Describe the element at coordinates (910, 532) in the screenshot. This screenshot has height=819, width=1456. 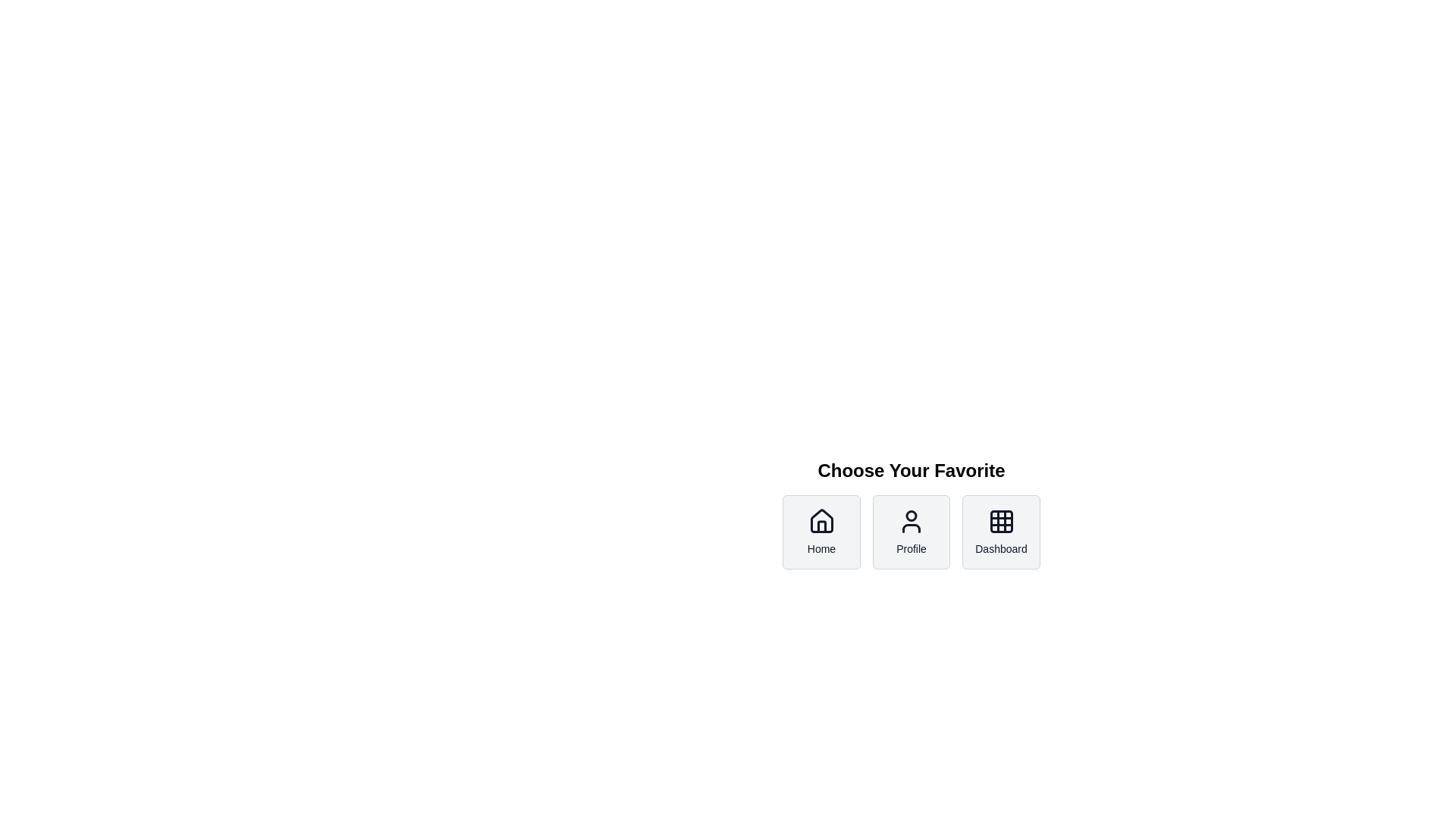
I see `the 'Profile' button, which is the second option in the row below 'Choose Your Favorite'` at that location.